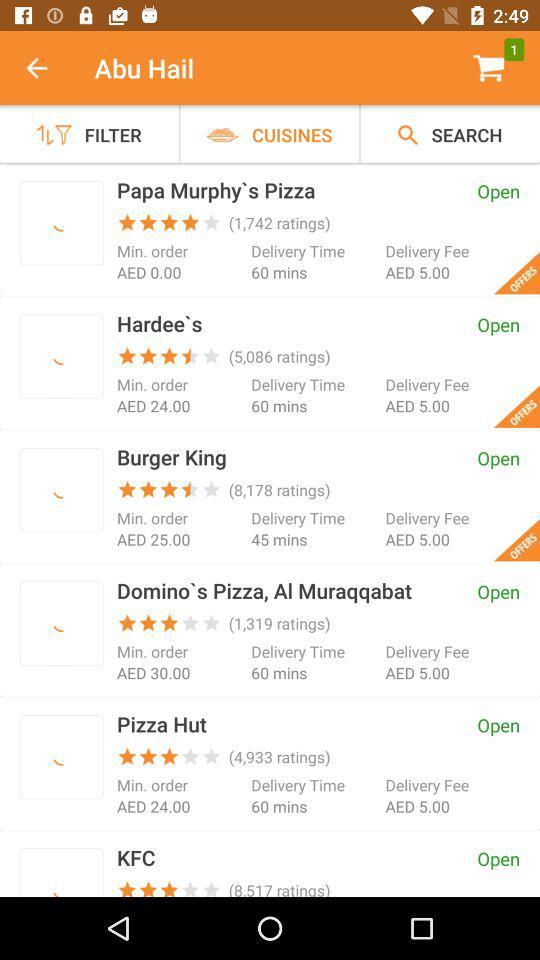 The width and height of the screenshot is (540, 960). What do you see at coordinates (61, 875) in the screenshot?
I see `order from kfc` at bounding box center [61, 875].